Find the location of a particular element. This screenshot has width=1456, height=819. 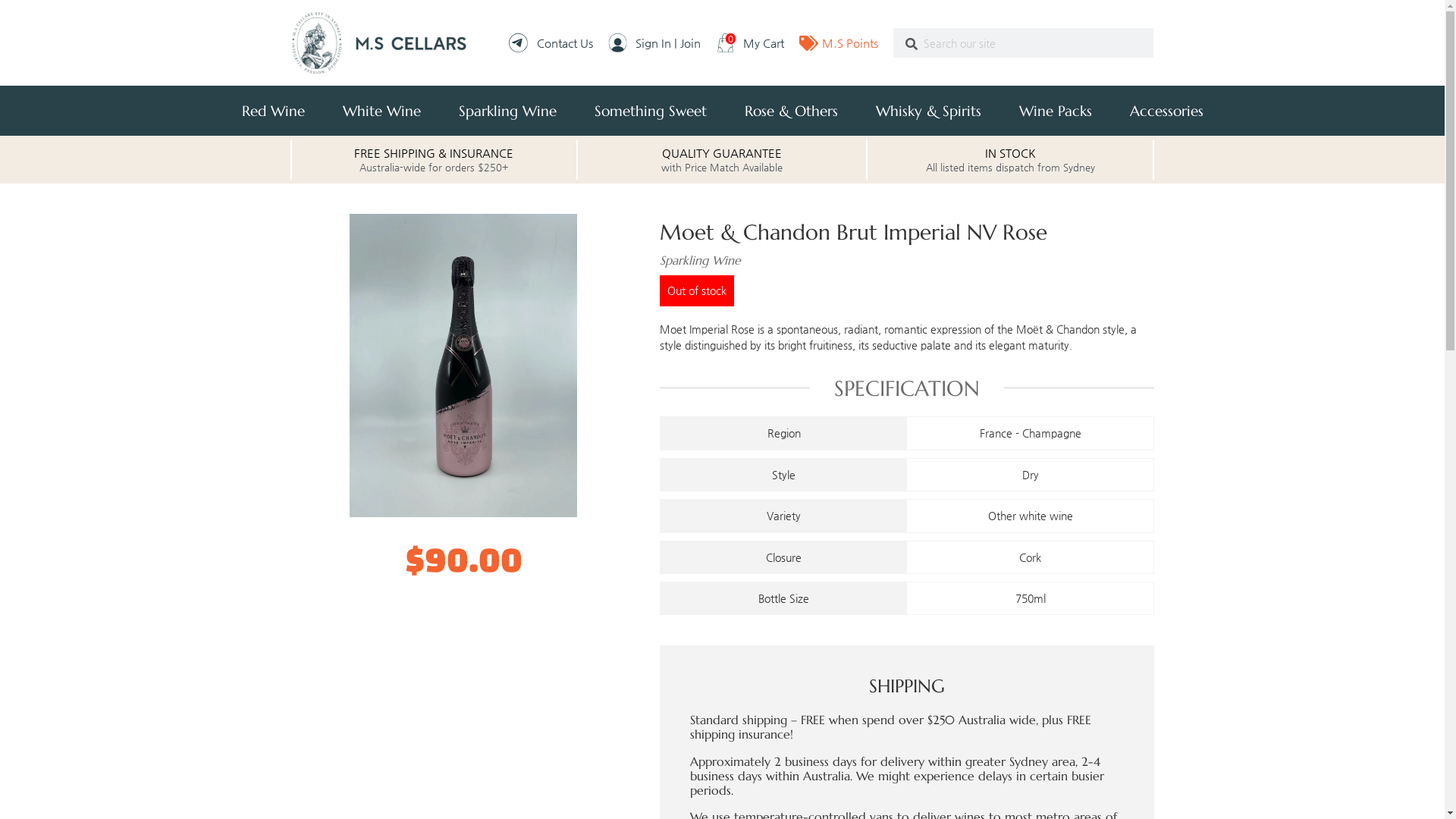

'White Wine' is located at coordinates (381, 110).